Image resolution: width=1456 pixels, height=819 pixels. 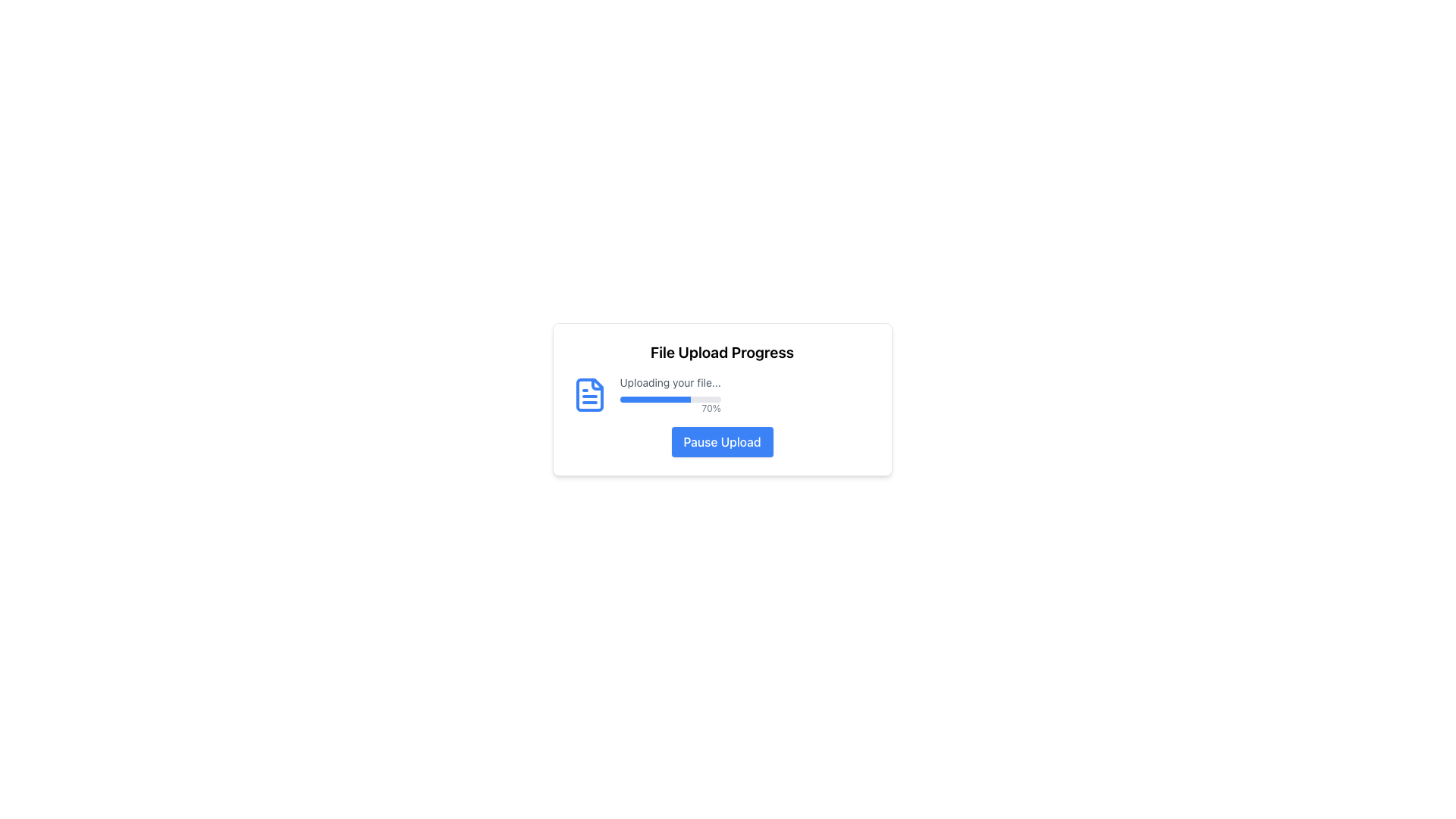 I want to click on status message displayed as 'Uploading your file...' in gray color located at the top of the progress update area in the 'File Upload Progress' modal, so click(x=670, y=382).